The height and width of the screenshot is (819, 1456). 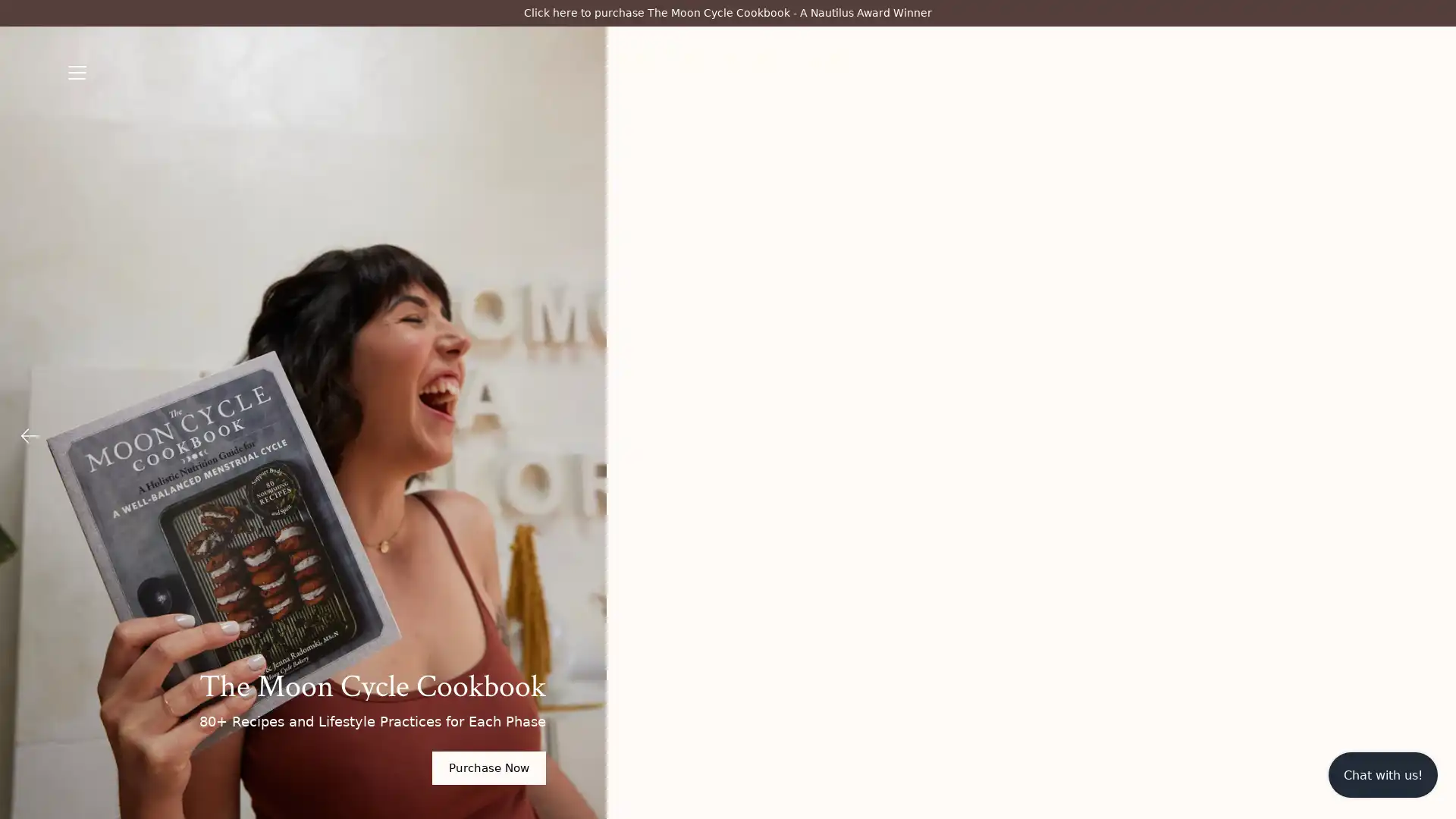 I want to click on Close, so click(x=1429, y=579).